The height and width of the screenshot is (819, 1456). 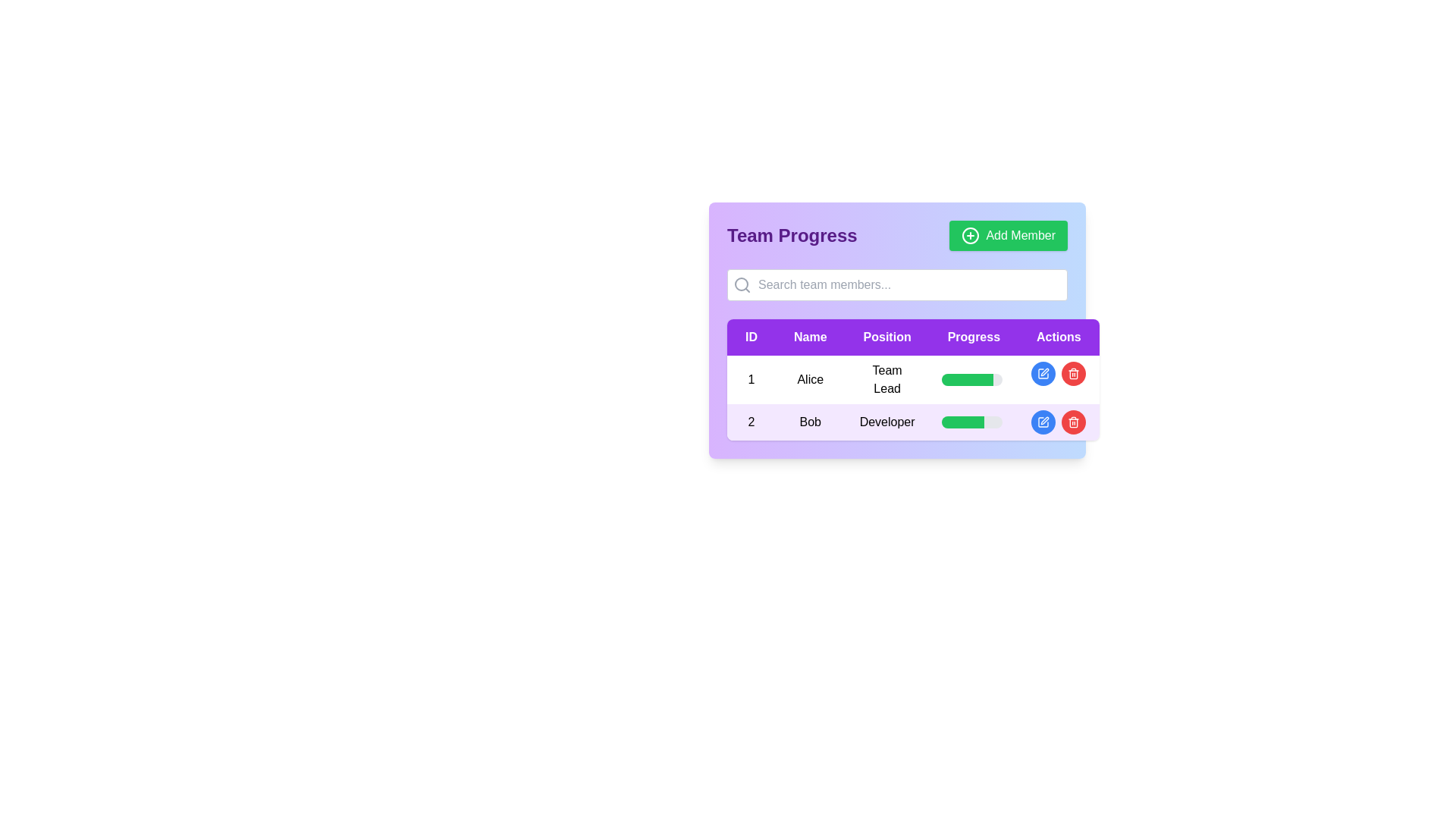 I want to click on the button used to add a new member to the team, located in the top-right corner of the 'Team Progress' section, adjacent to the 'Team Progress' title, so click(x=1009, y=236).